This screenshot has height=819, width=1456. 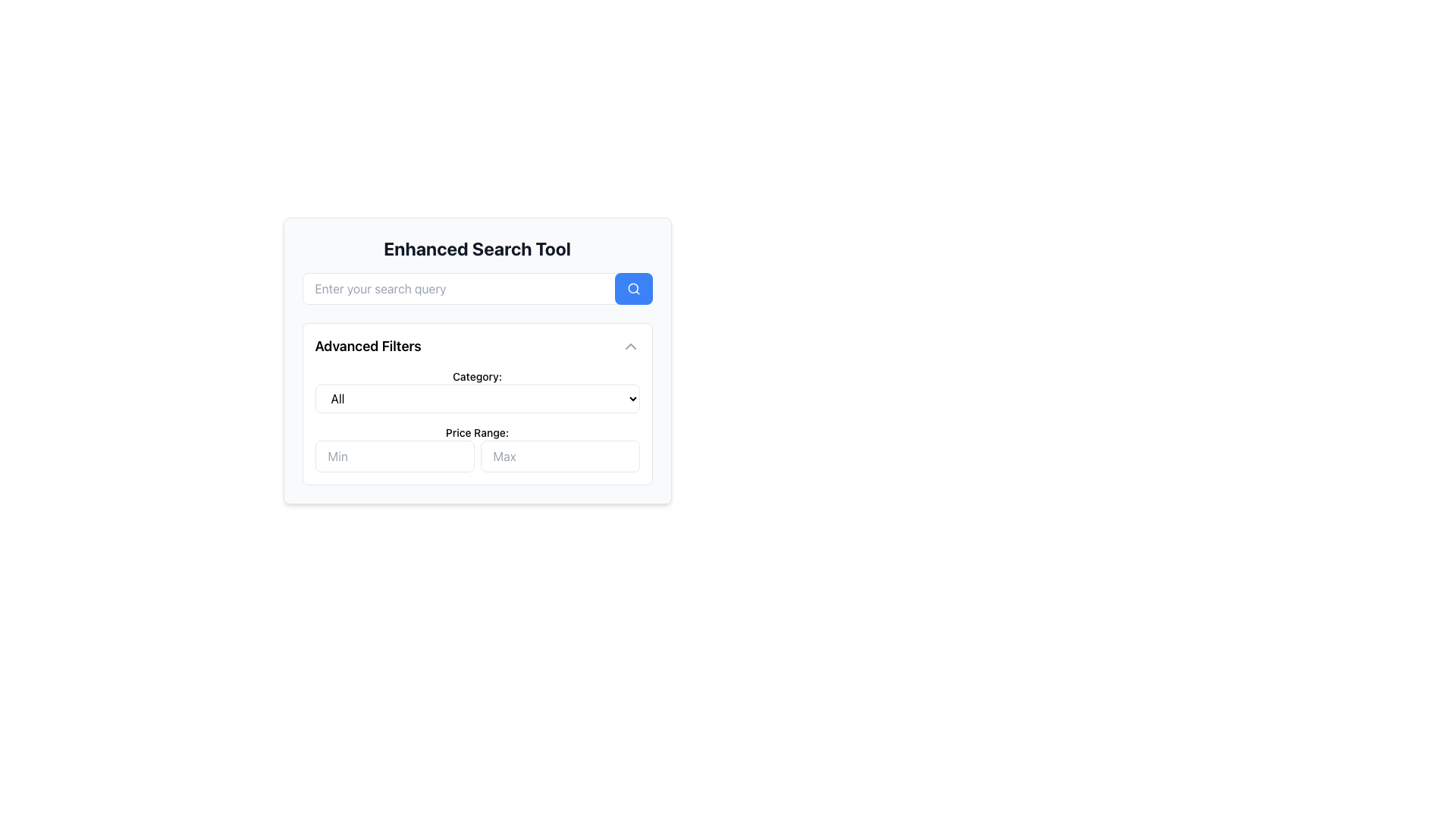 What do you see at coordinates (476, 432) in the screenshot?
I see `the label reading 'Price Range:' located in the 'Advanced Filters' section, positioned directly above the 'Min' and 'Max' inputs` at bounding box center [476, 432].